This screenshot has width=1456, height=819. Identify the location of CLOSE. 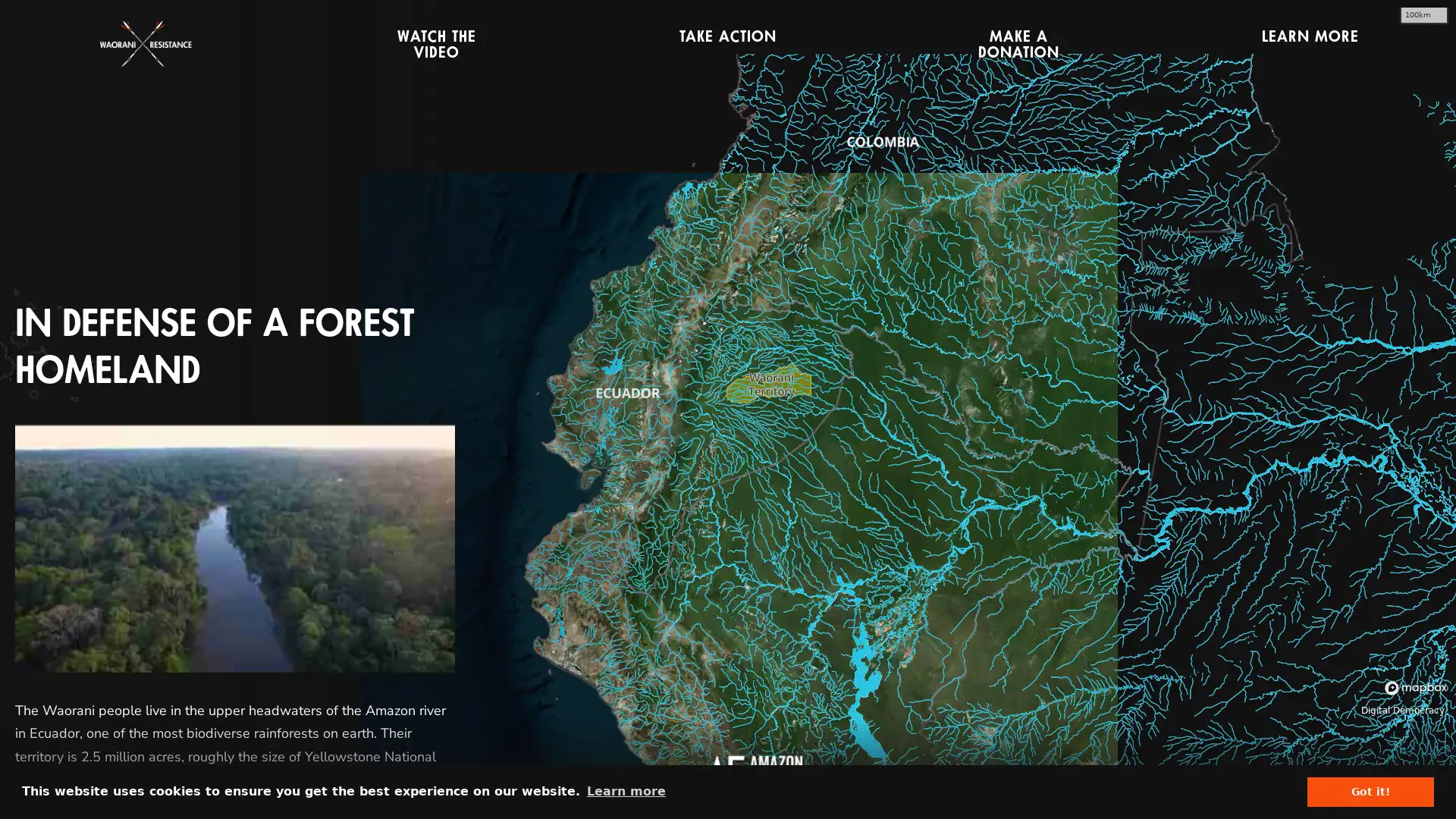
(1203, 97).